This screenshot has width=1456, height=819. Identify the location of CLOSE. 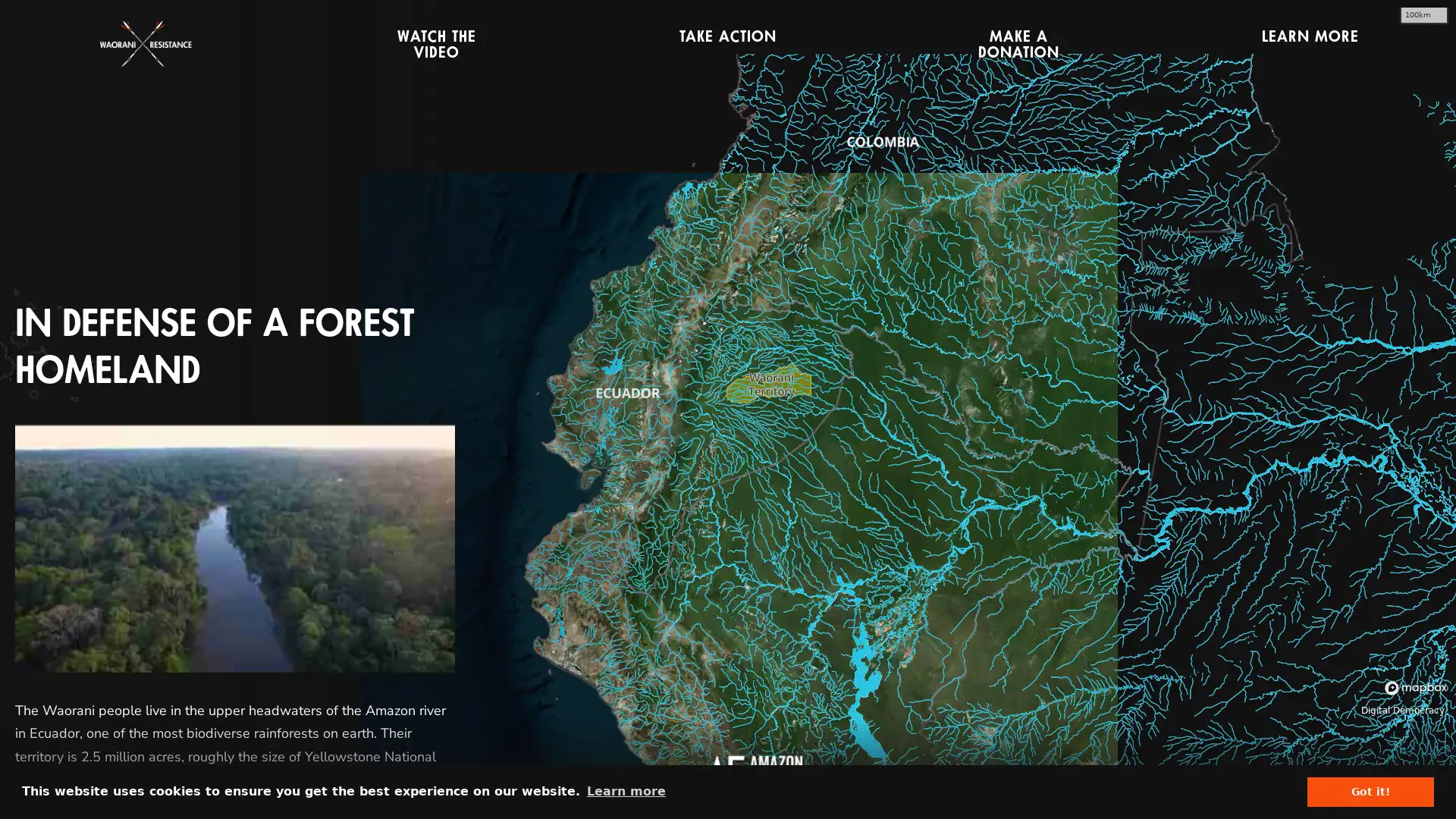
(1203, 97).